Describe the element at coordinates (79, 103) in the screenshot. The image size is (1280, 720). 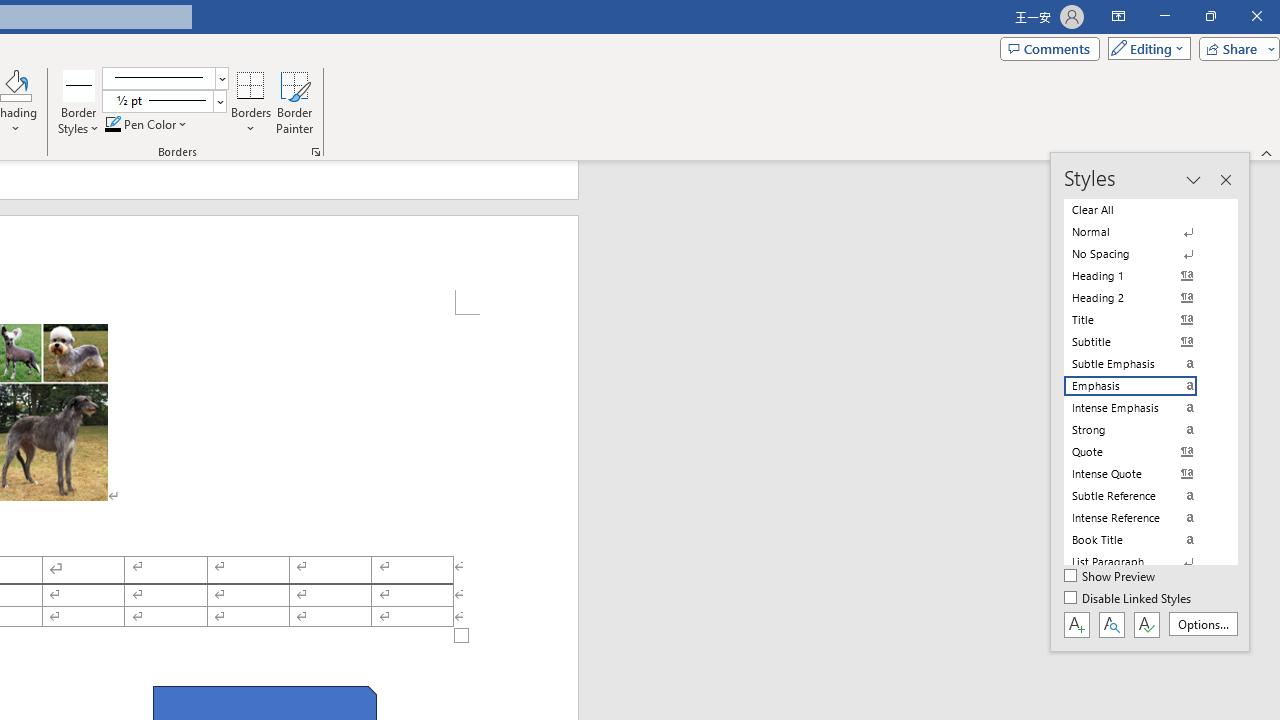
I see `'Border Styles'` at that location.